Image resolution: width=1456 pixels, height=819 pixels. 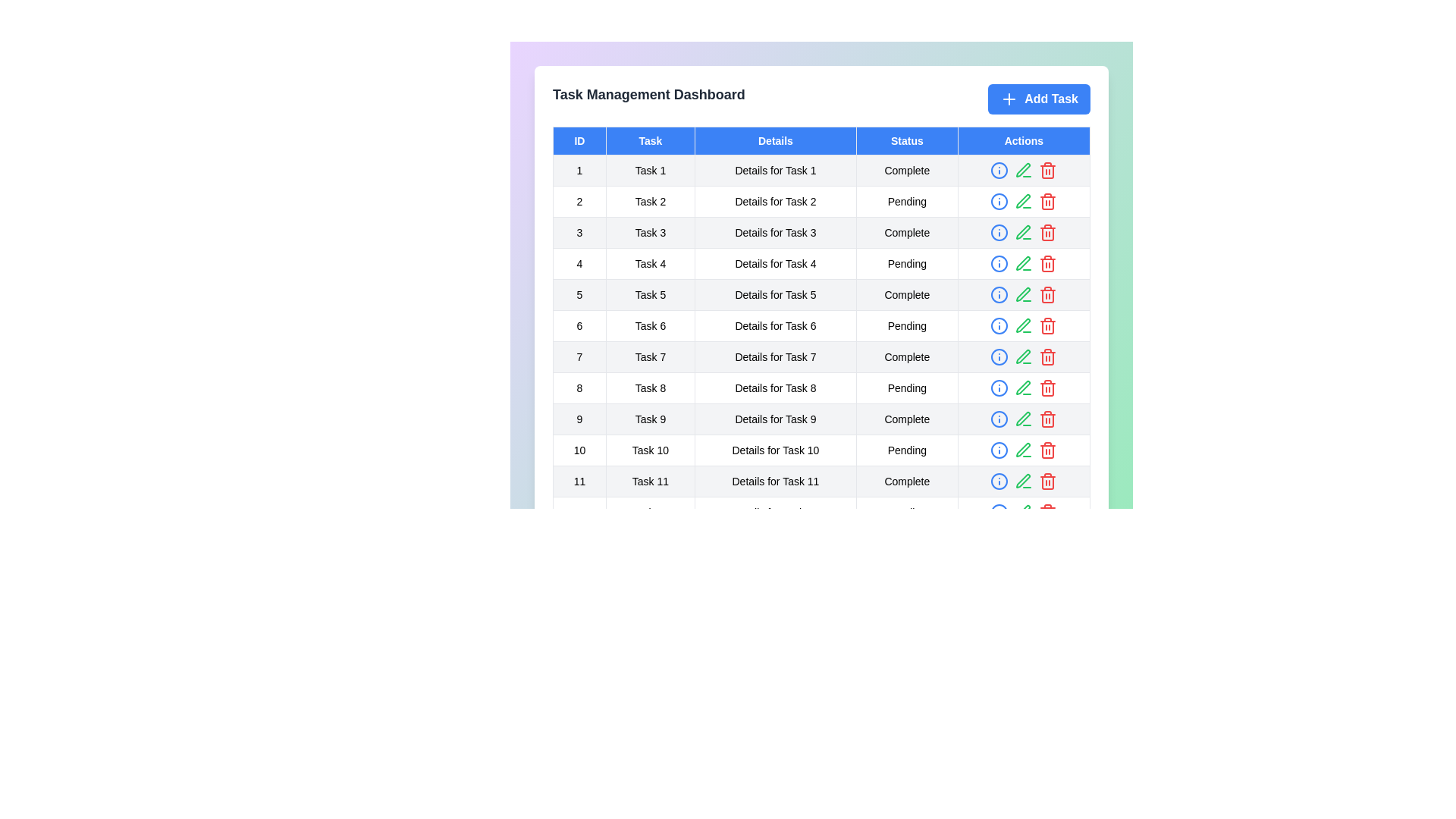 I want to click on the column header to sort tasks by Task, so click(x=650, y=140).